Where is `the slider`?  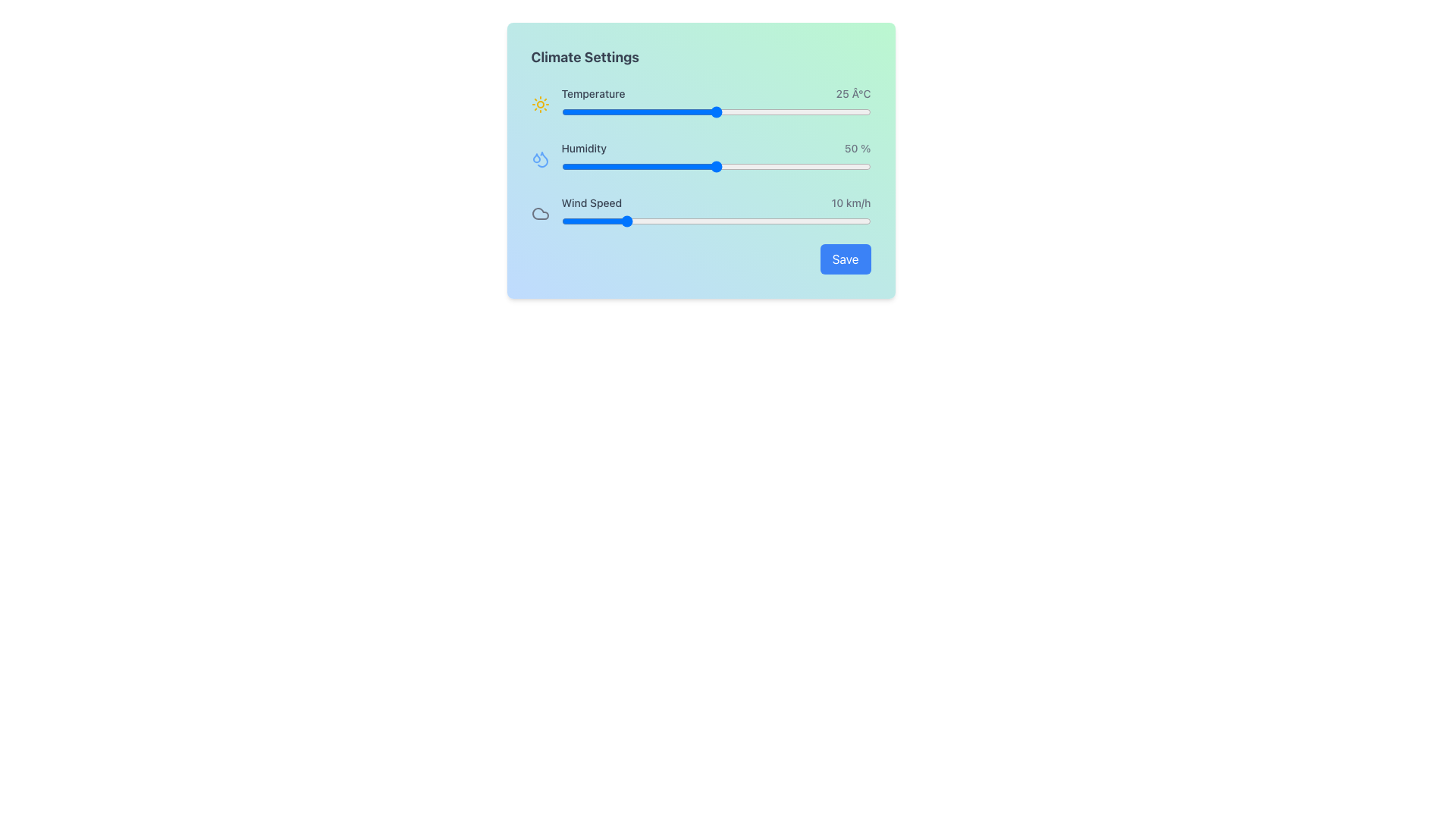 the slider is located at coordinates (753, 111).